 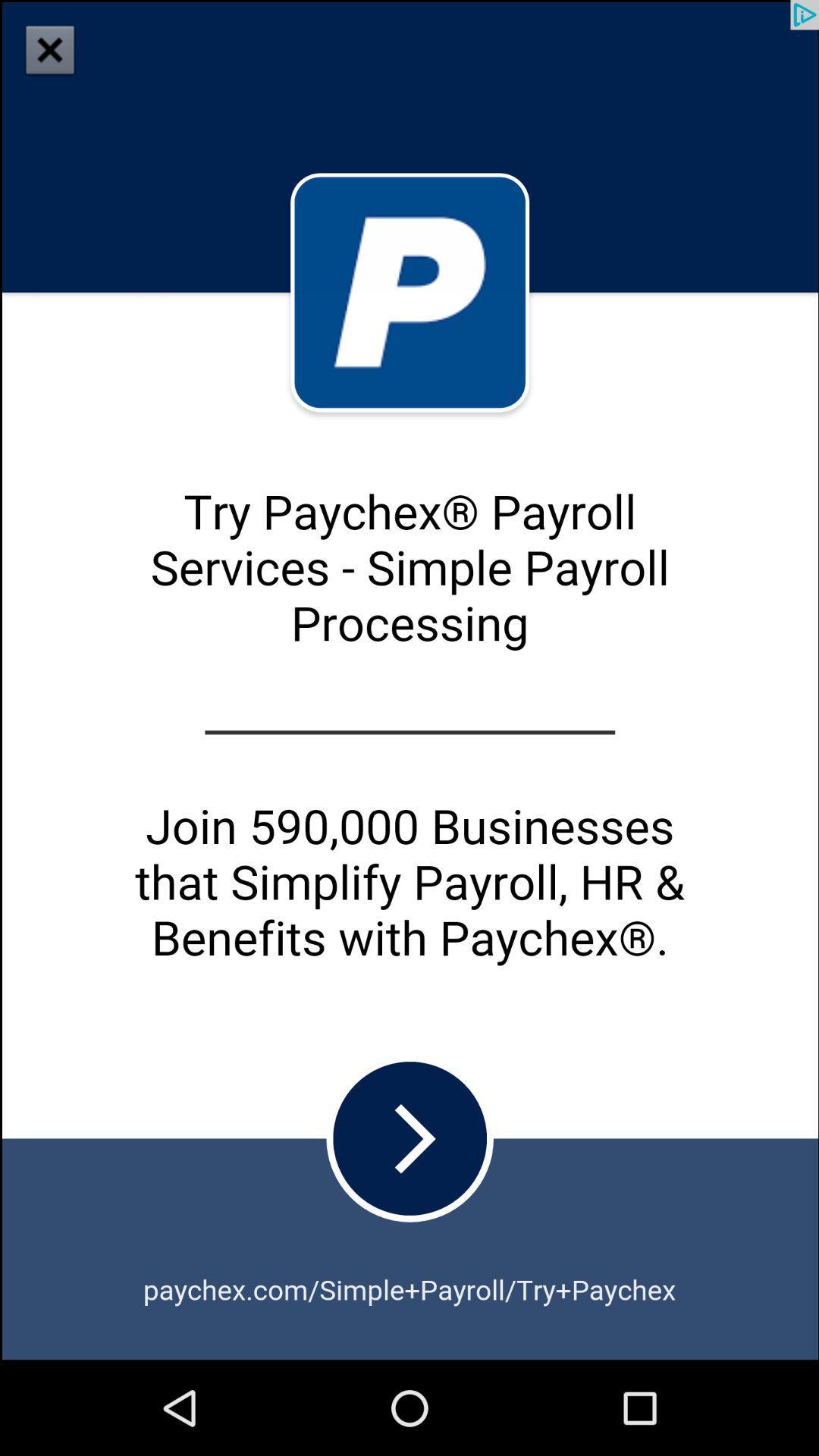 What do you see at coordinates (49, 53) in the screenshot?
I see `the close icon` at bounding box center [49, 53].